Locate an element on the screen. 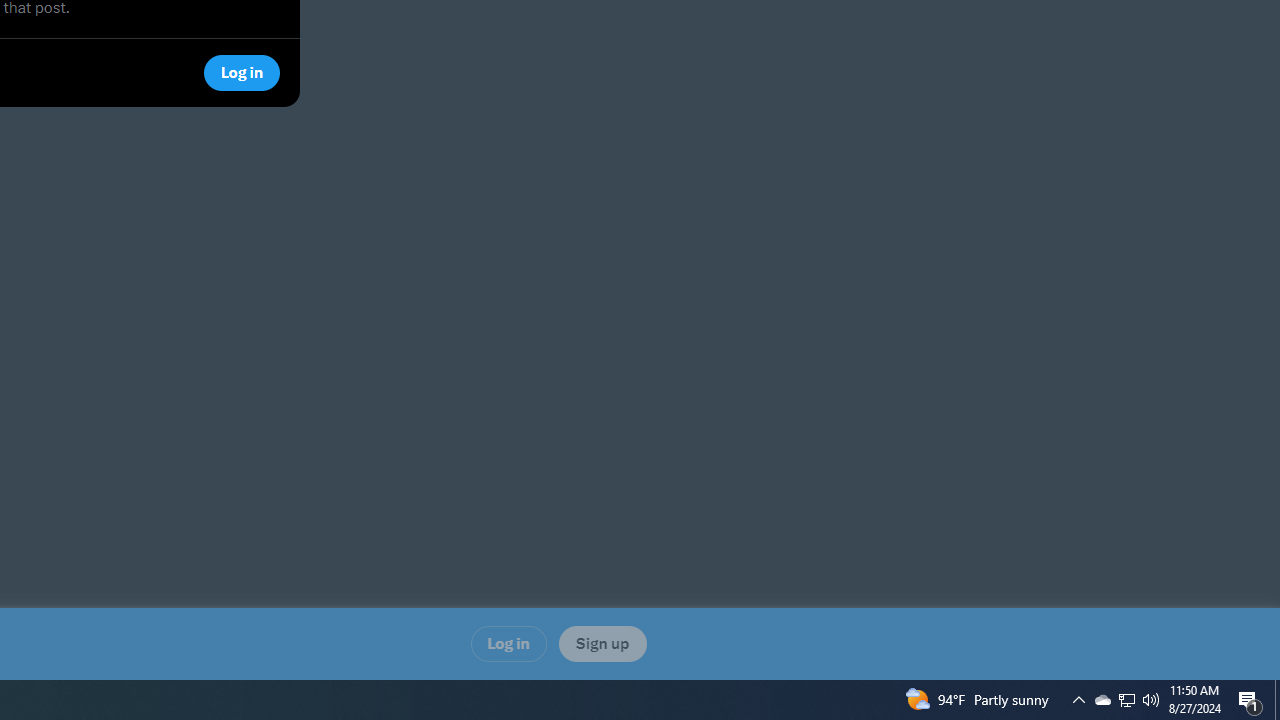 Image resolution: width=1280 pixels, height=720 pixels. 'Log in' is located at coordinates (508, 643).